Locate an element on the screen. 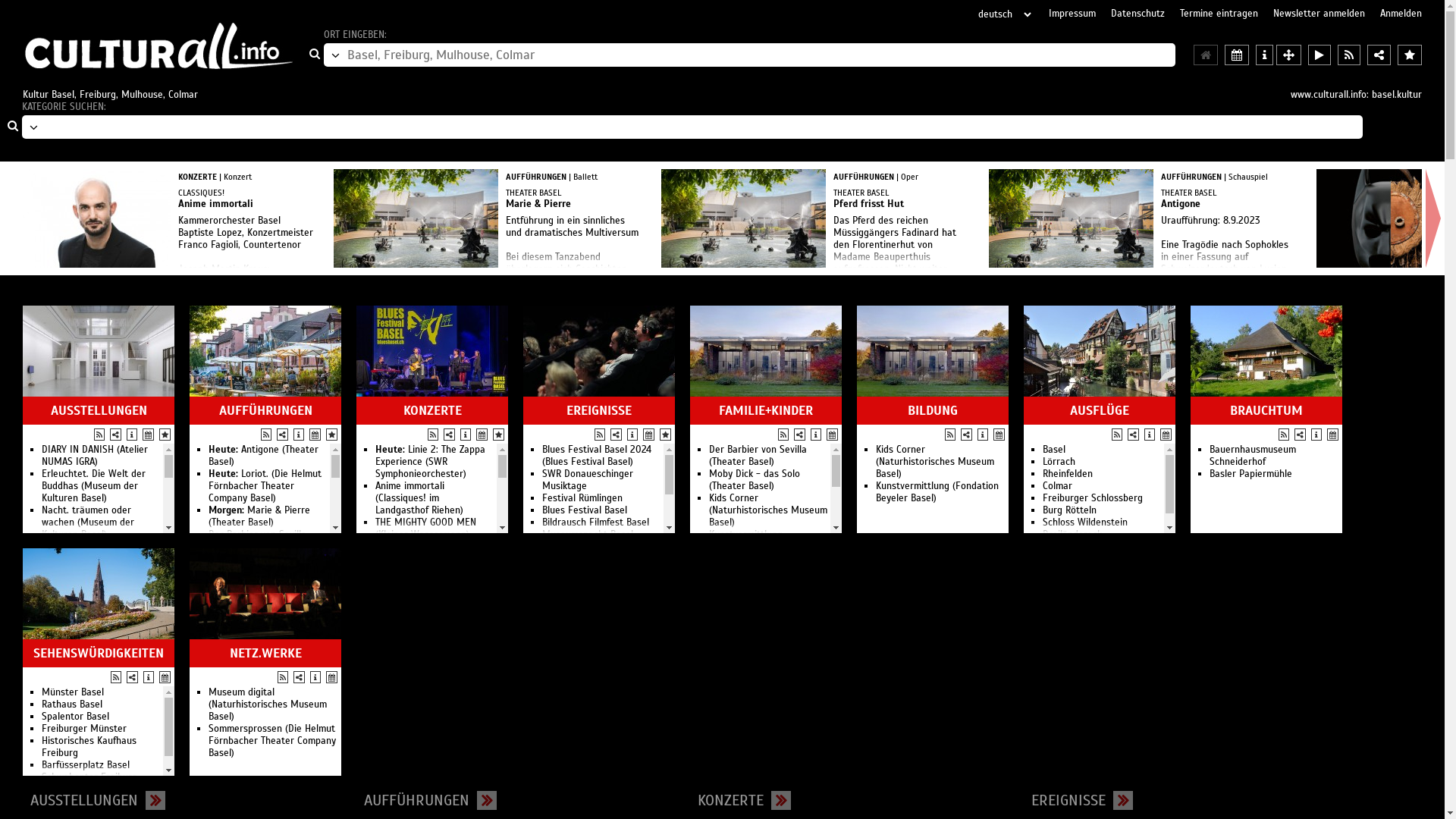 The width and height of the screenshot is (1456, 819). 'Kids Corner (Naturhistorisches Museum Basel)' is located at coordinates (767, 510).